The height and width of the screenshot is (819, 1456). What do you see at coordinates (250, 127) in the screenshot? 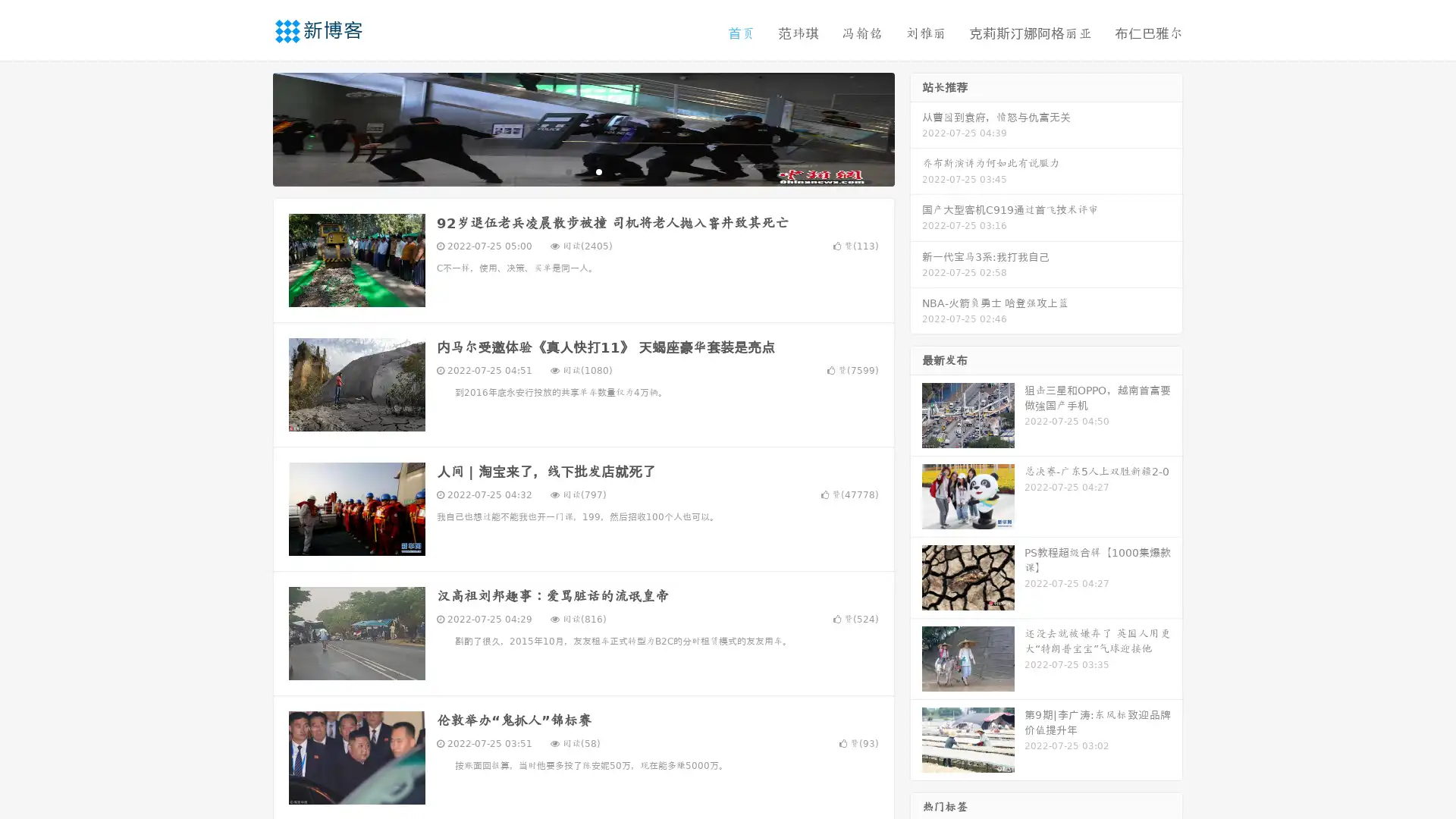
I see `Previous slide` at bounding box center [250, 127].